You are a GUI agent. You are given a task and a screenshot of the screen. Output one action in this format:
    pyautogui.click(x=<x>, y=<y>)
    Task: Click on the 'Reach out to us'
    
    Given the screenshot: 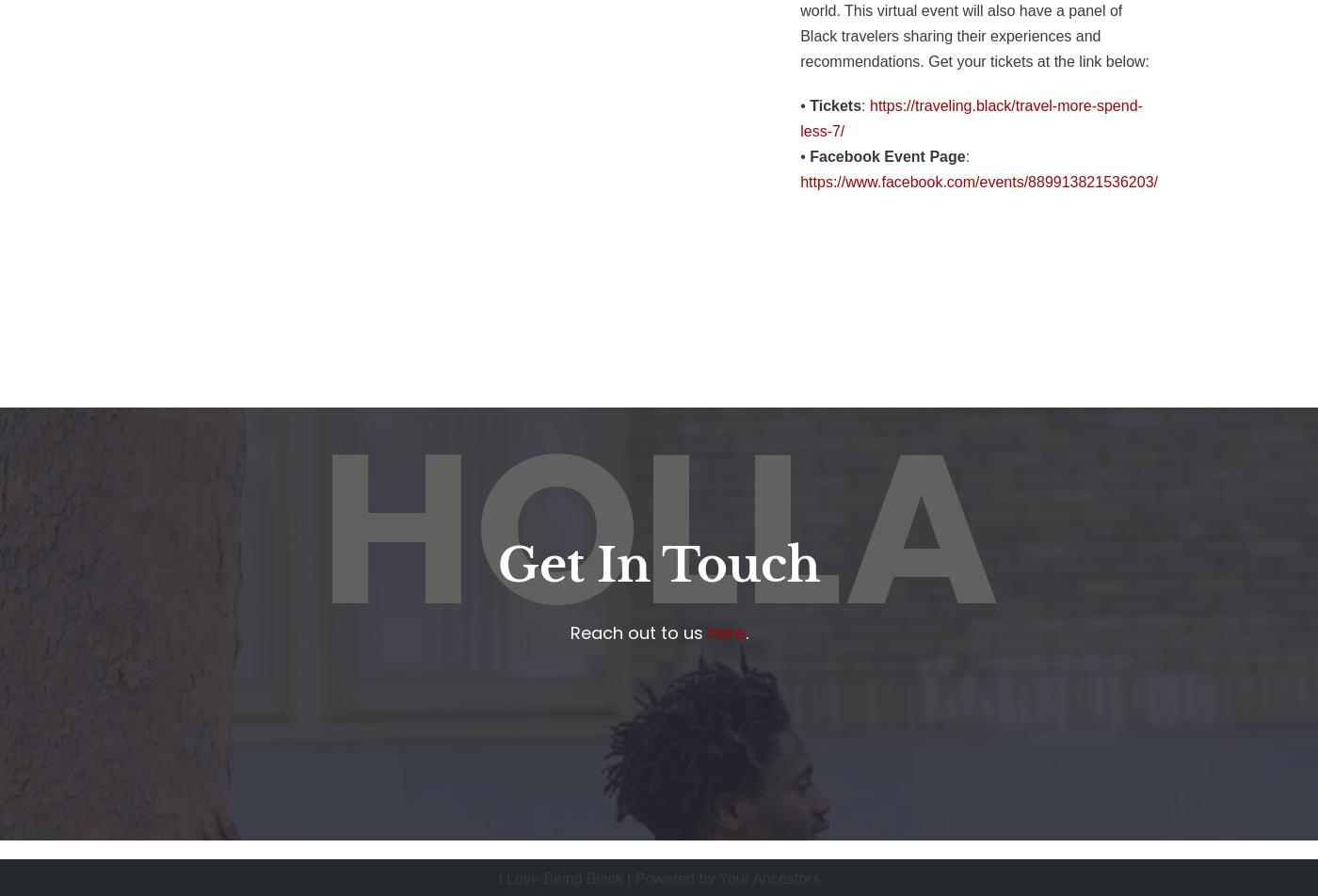 What is the action you would take?
    pyautogui.click(x=569, y=632)
    